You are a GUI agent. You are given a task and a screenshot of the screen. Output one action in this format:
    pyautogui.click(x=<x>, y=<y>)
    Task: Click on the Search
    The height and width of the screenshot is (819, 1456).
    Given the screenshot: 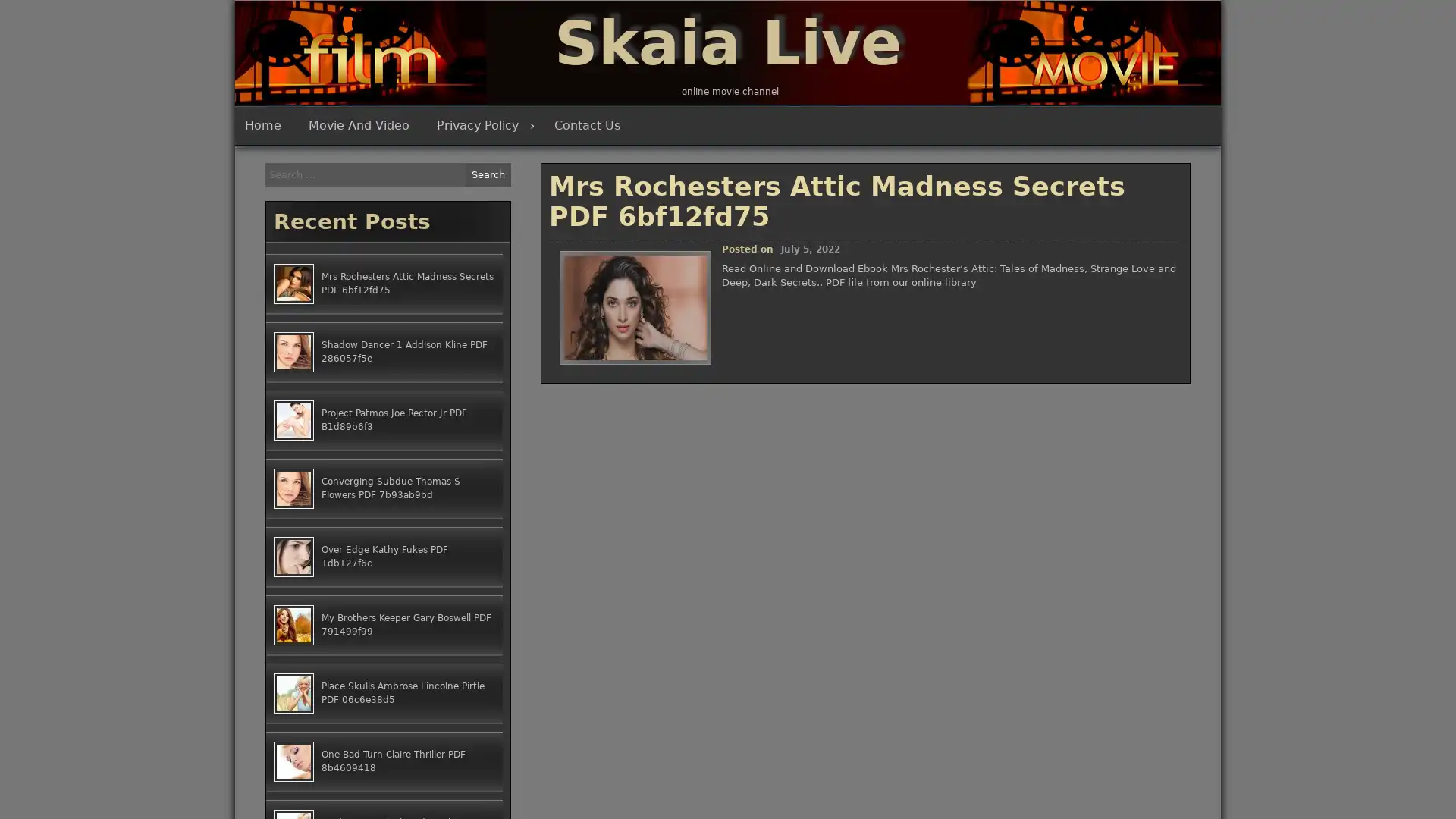 What is the action you would take?
    pyautogui.click(x=488, y=174)
    